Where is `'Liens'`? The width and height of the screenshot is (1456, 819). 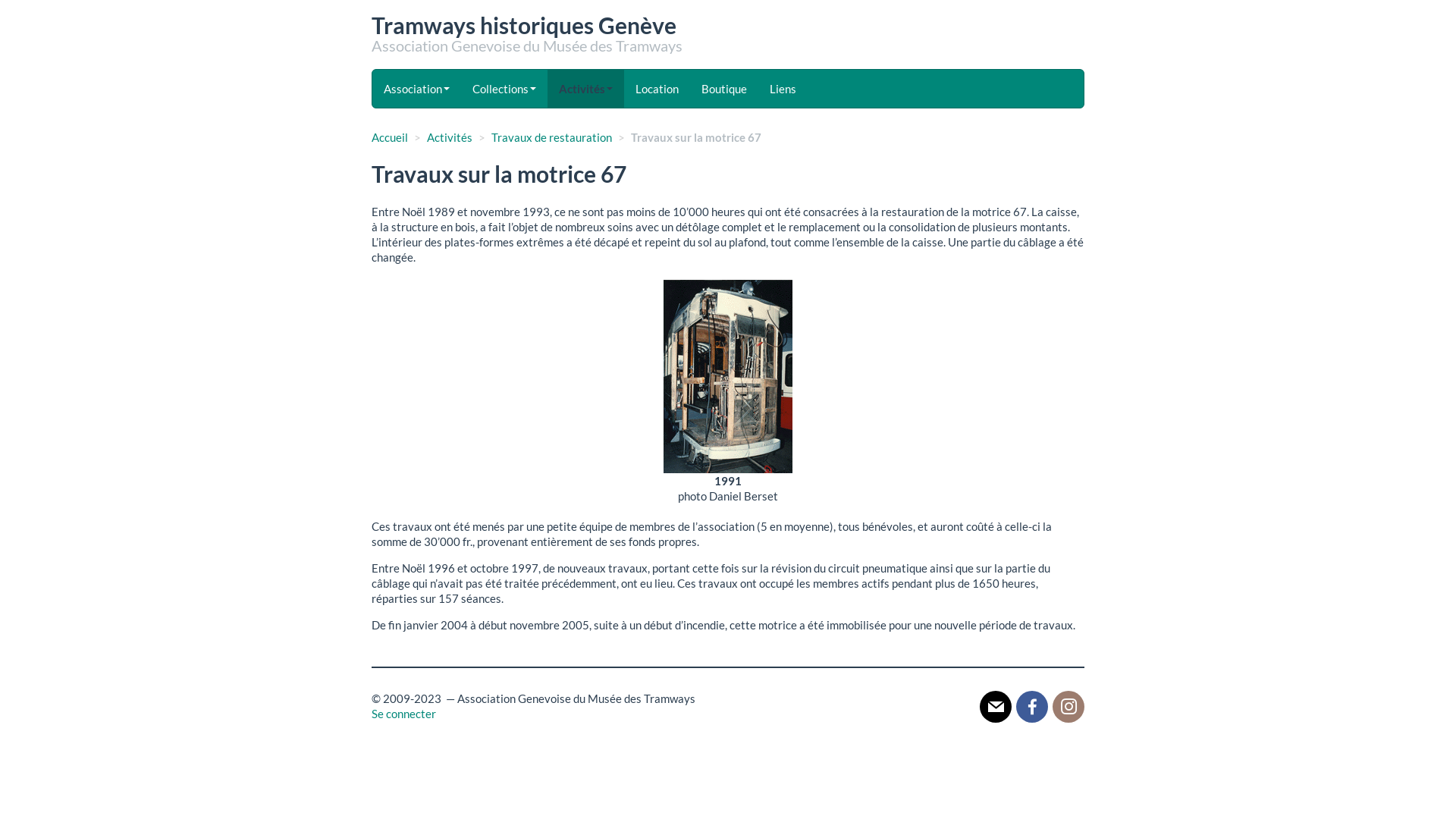
'Liens' is located at coordinates (783, 88).